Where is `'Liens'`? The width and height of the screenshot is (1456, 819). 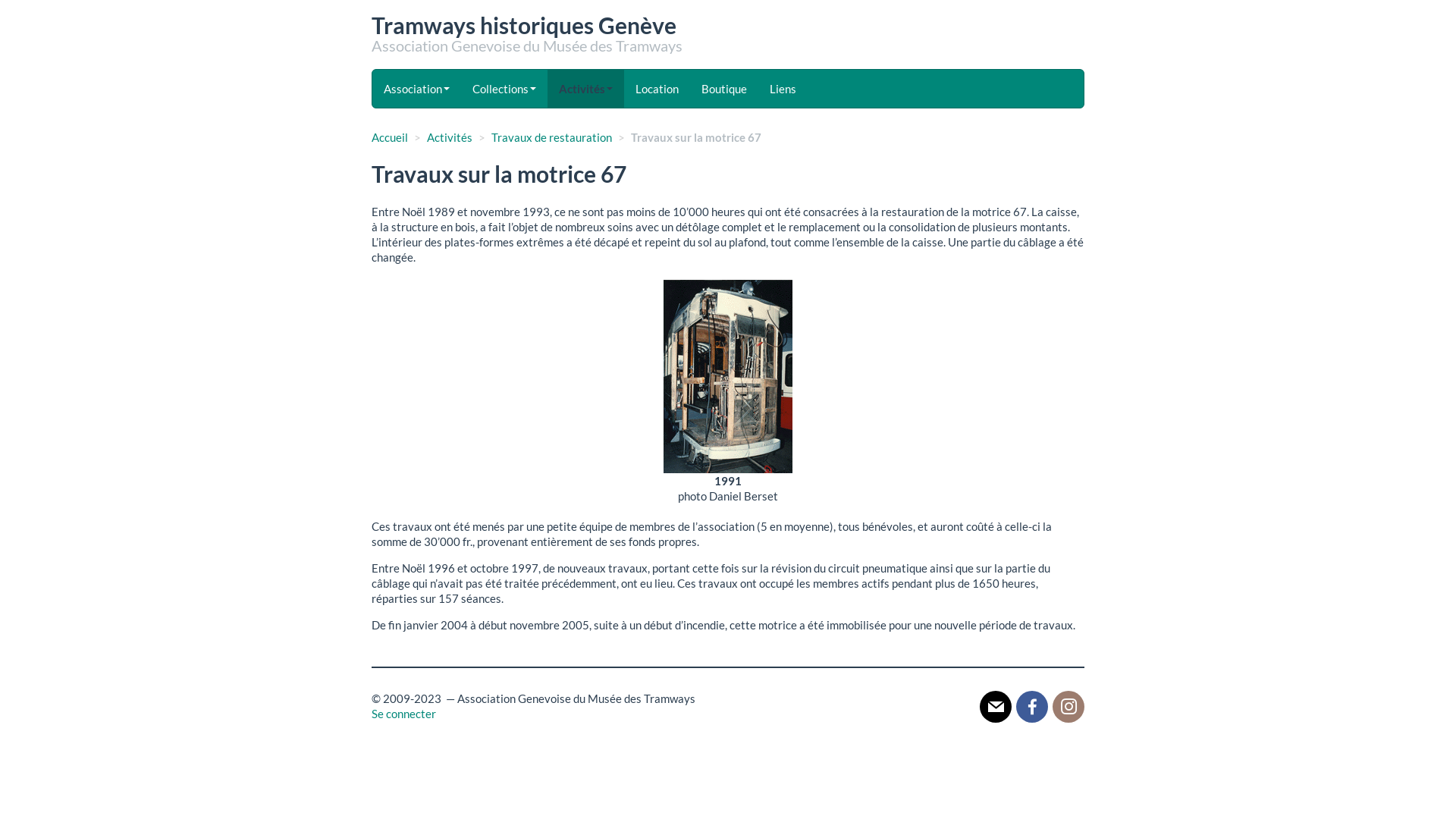
'Liens' is located at coordinates (783, 88).